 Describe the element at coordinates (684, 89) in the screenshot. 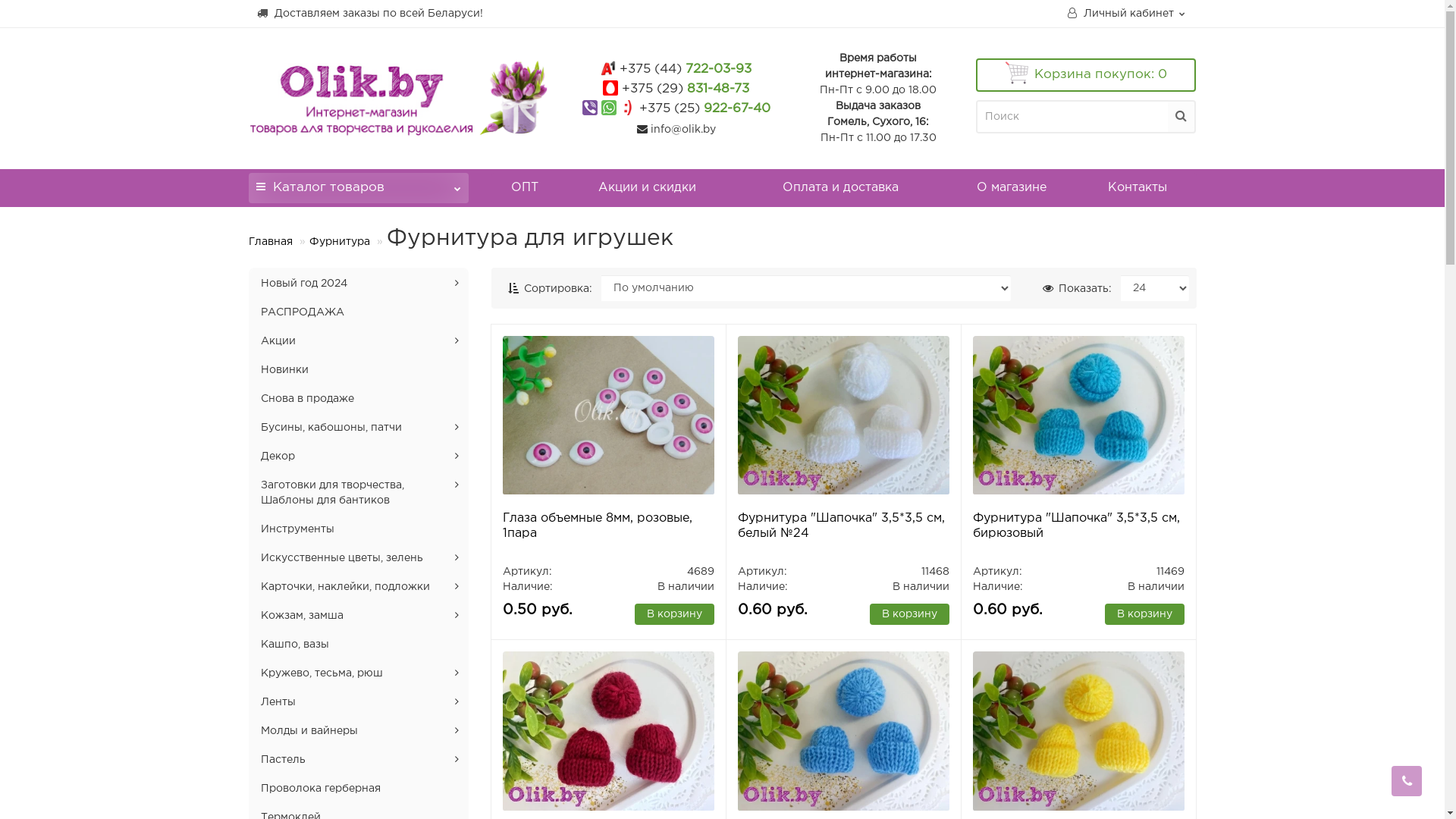

I see `'+375 (29) 831-48-73'` at that location.